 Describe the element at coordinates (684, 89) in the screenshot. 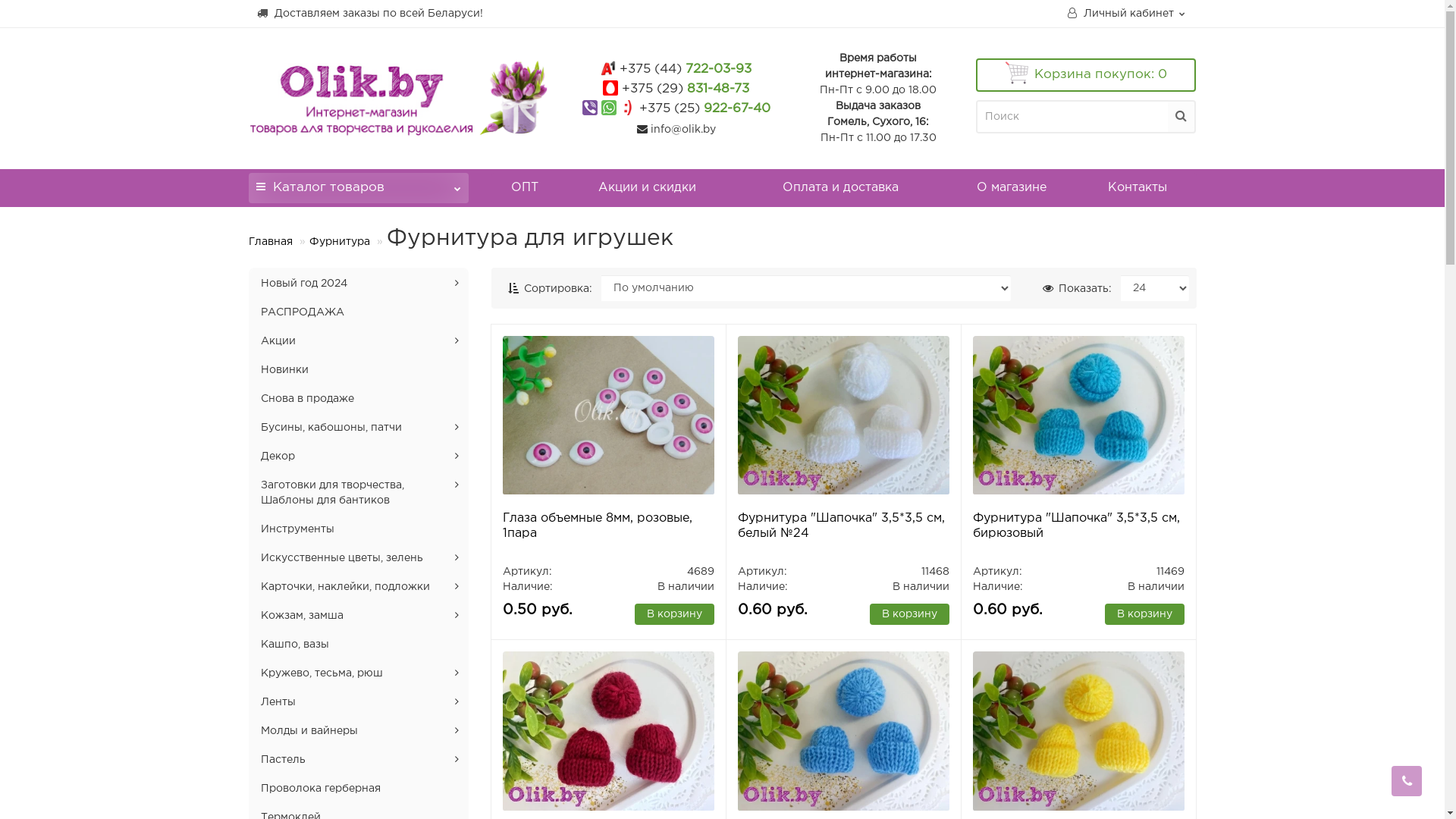

I see `'+375 (29) 831-48-73'` at that location.